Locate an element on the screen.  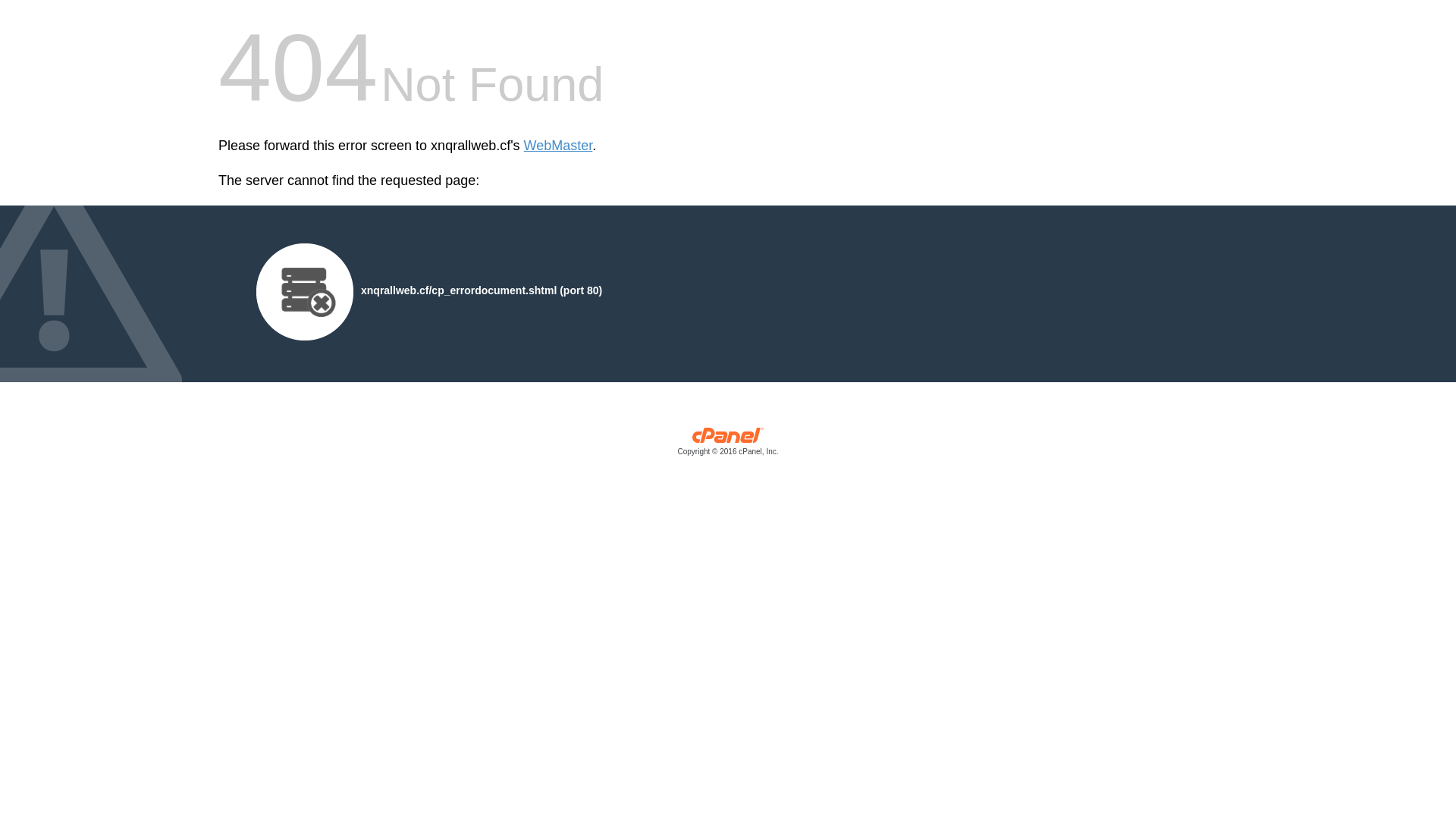
'WebMaster' is located at coordinates (524, 146).